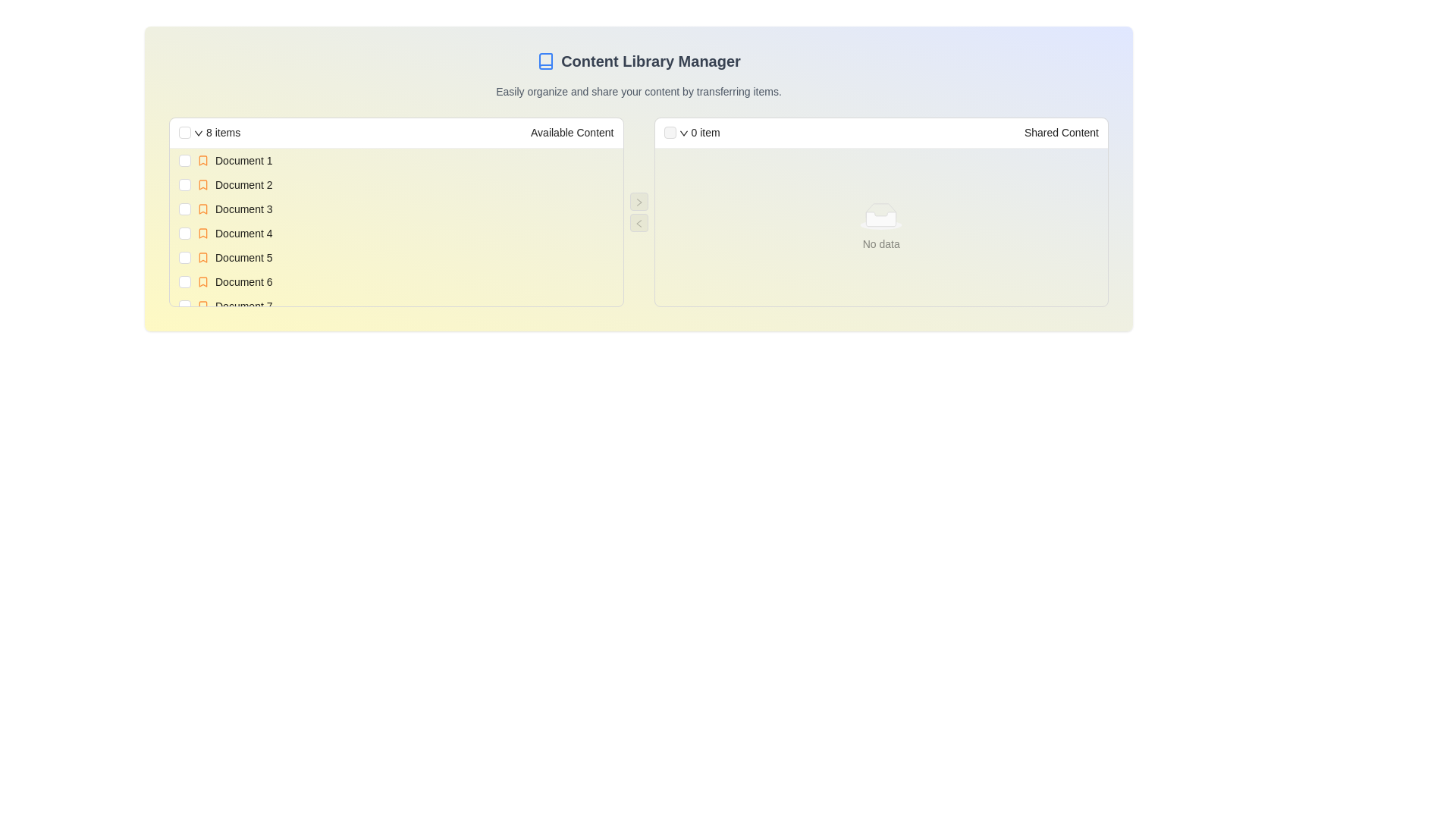  What do you see at coordinates (202, 306) in the screenshot?
I see `the bookmark icon for the seventh document` at bounding box center [202, 306].